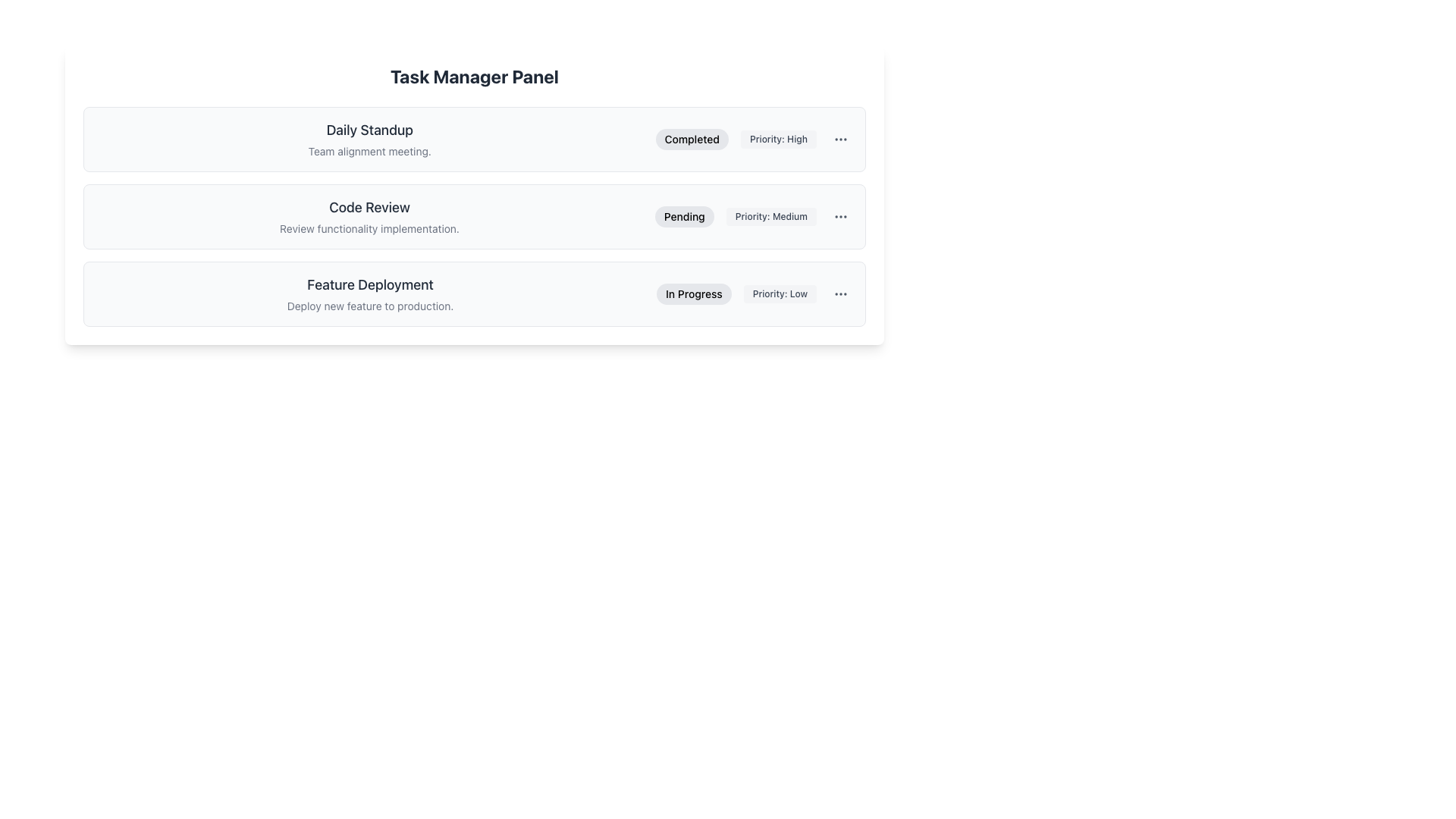 The width and height of the screenshot is (1456, 819). Describe the element at coordinates (780, 294) in the screenshot. I see `the 'Priority: Low' label, which is a small rounded rectangle with a light gray background located in the third task row of the task list titled 'Feature Deployment'` at that location.